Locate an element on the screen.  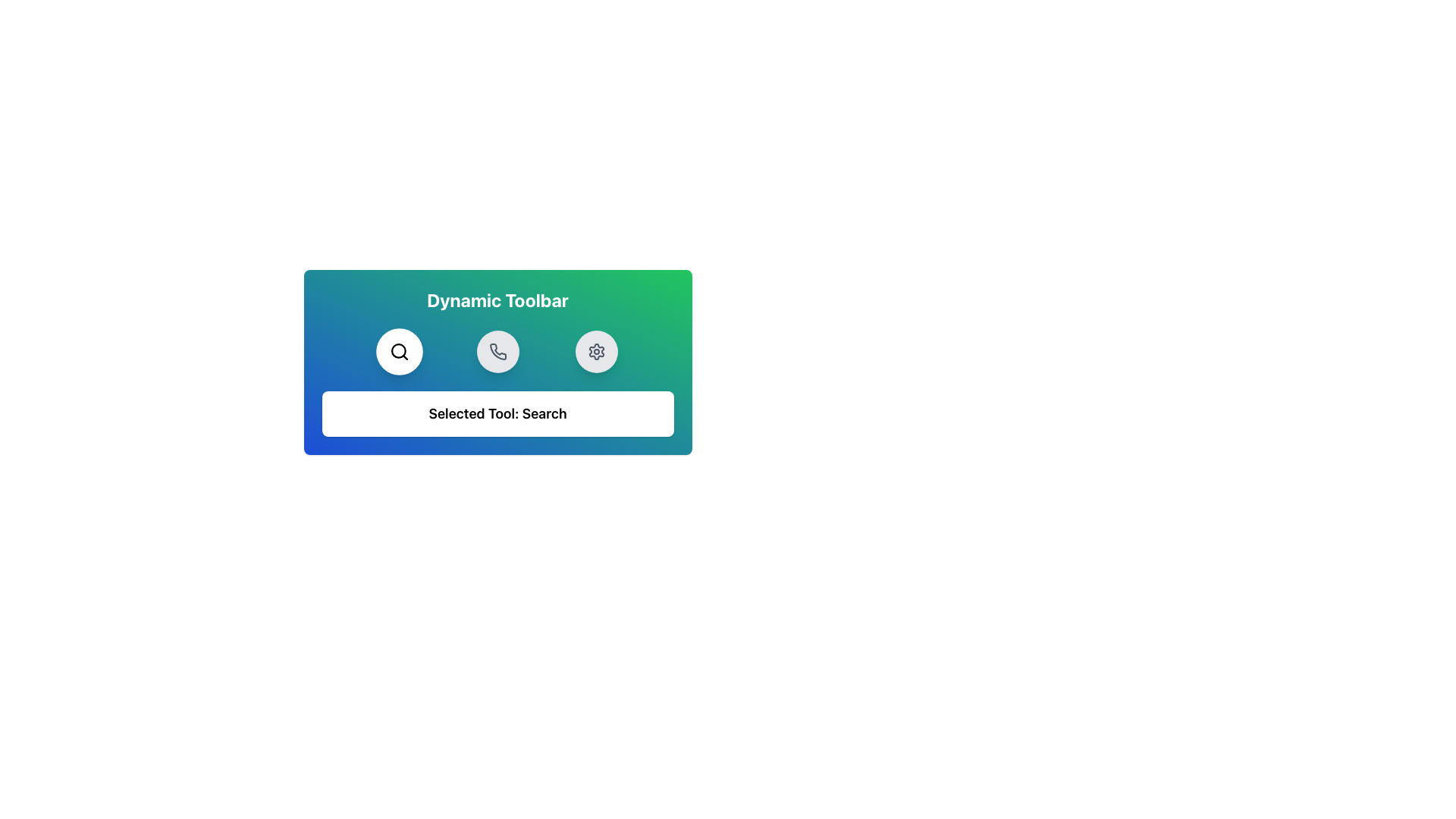
the settings icon located in the Dynamic Toolbar is located at coordinates (595, 351).